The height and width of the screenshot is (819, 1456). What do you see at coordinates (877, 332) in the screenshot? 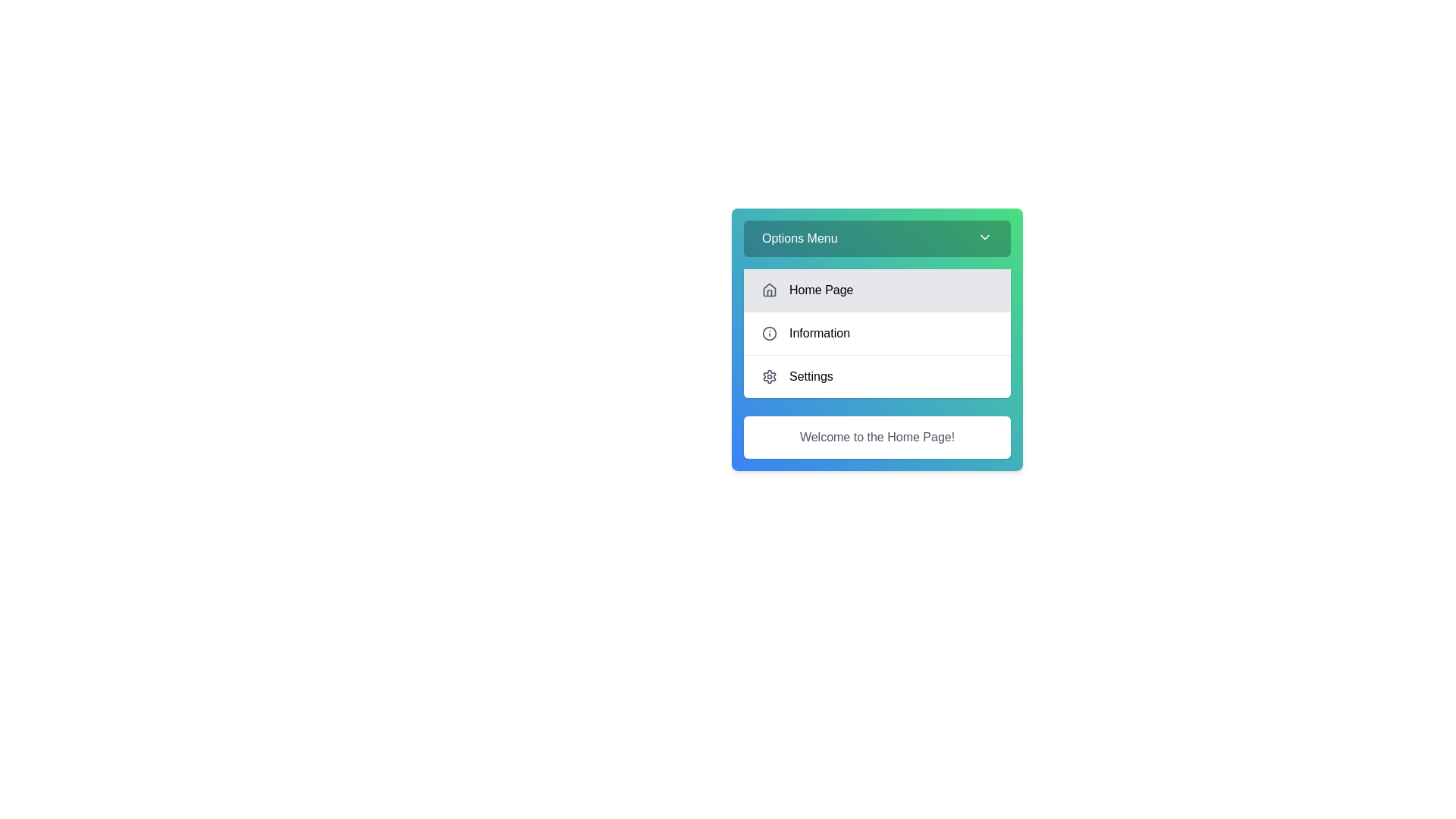
I see `a menu item from the vertical navigation menu located within the green and blue gradient box labeled 'Options Menu' by clicking on its center point` at bounding box center [877, 332].